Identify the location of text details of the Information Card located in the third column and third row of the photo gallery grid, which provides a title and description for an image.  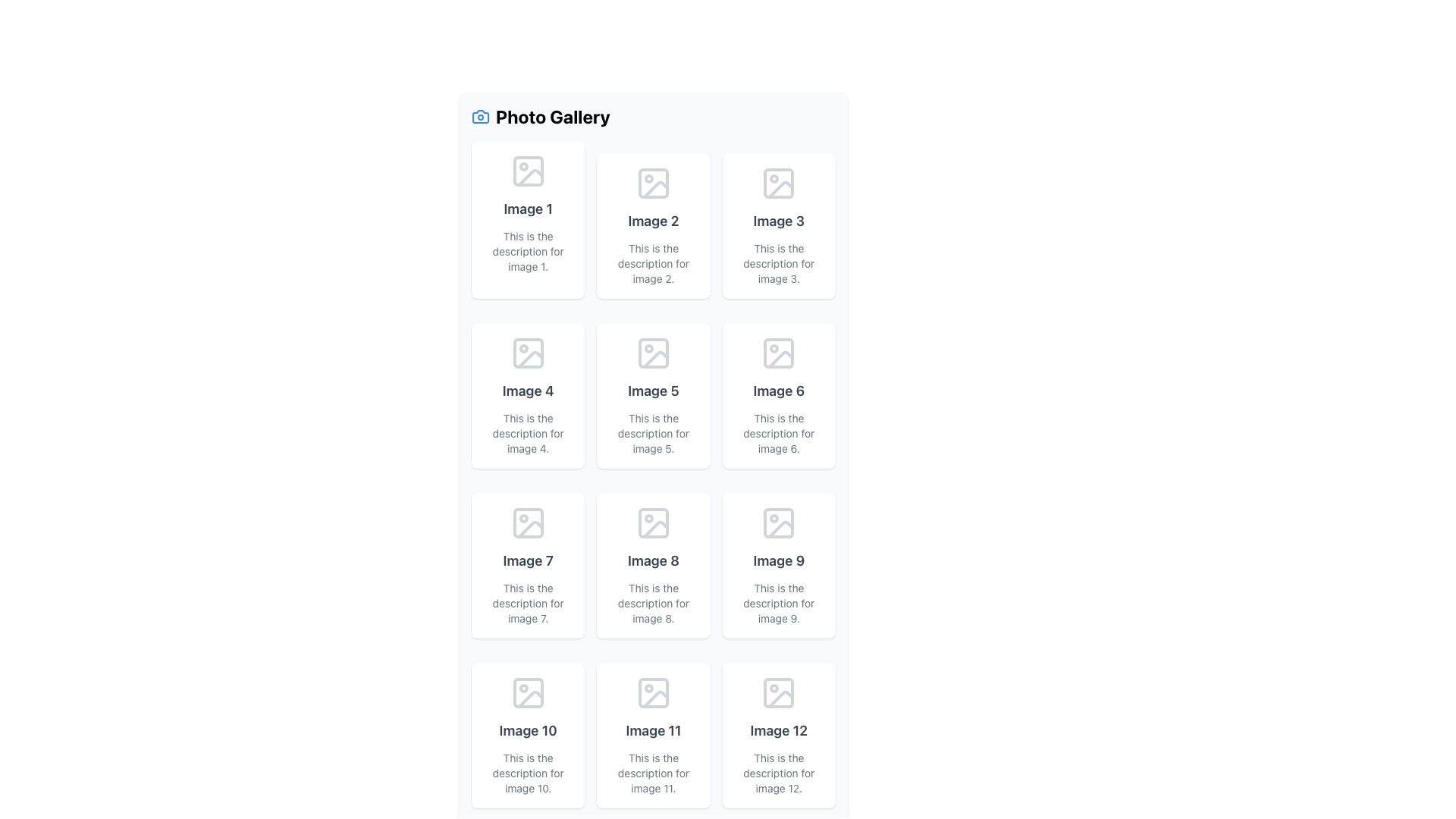
(779, 565).